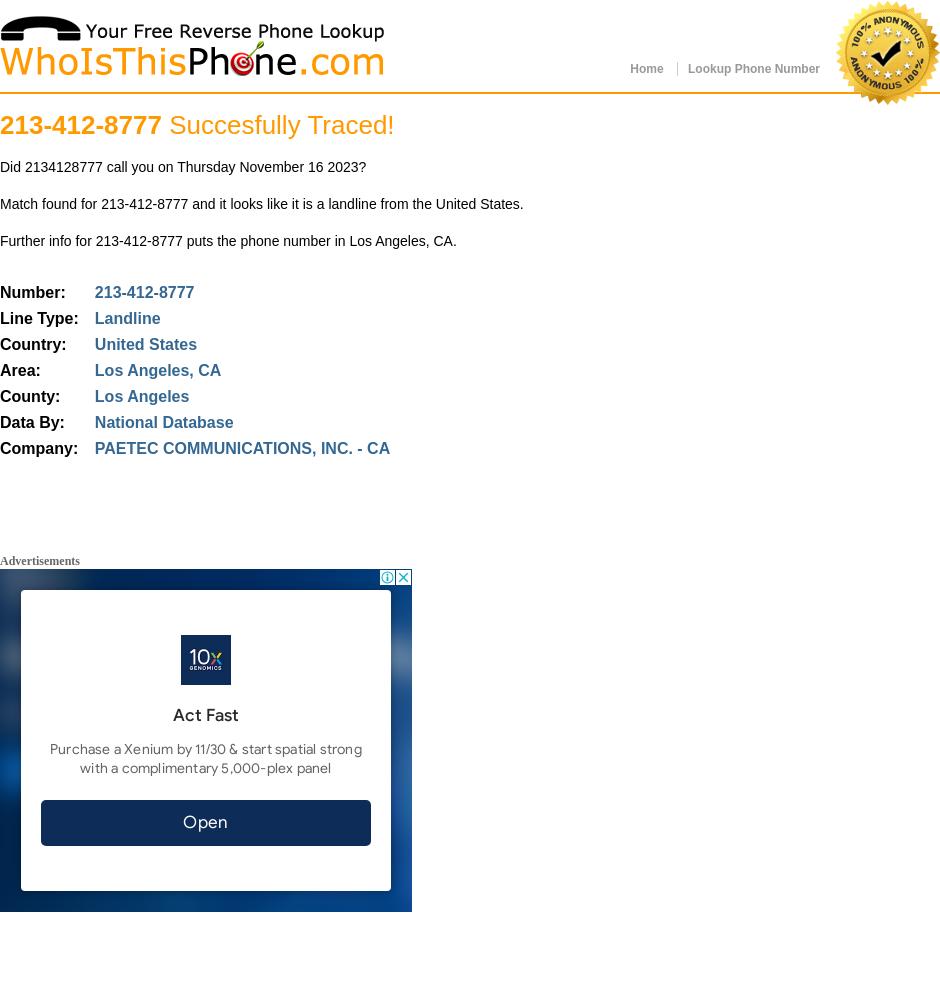  I want to click on 'National Database', so click(163, 422).